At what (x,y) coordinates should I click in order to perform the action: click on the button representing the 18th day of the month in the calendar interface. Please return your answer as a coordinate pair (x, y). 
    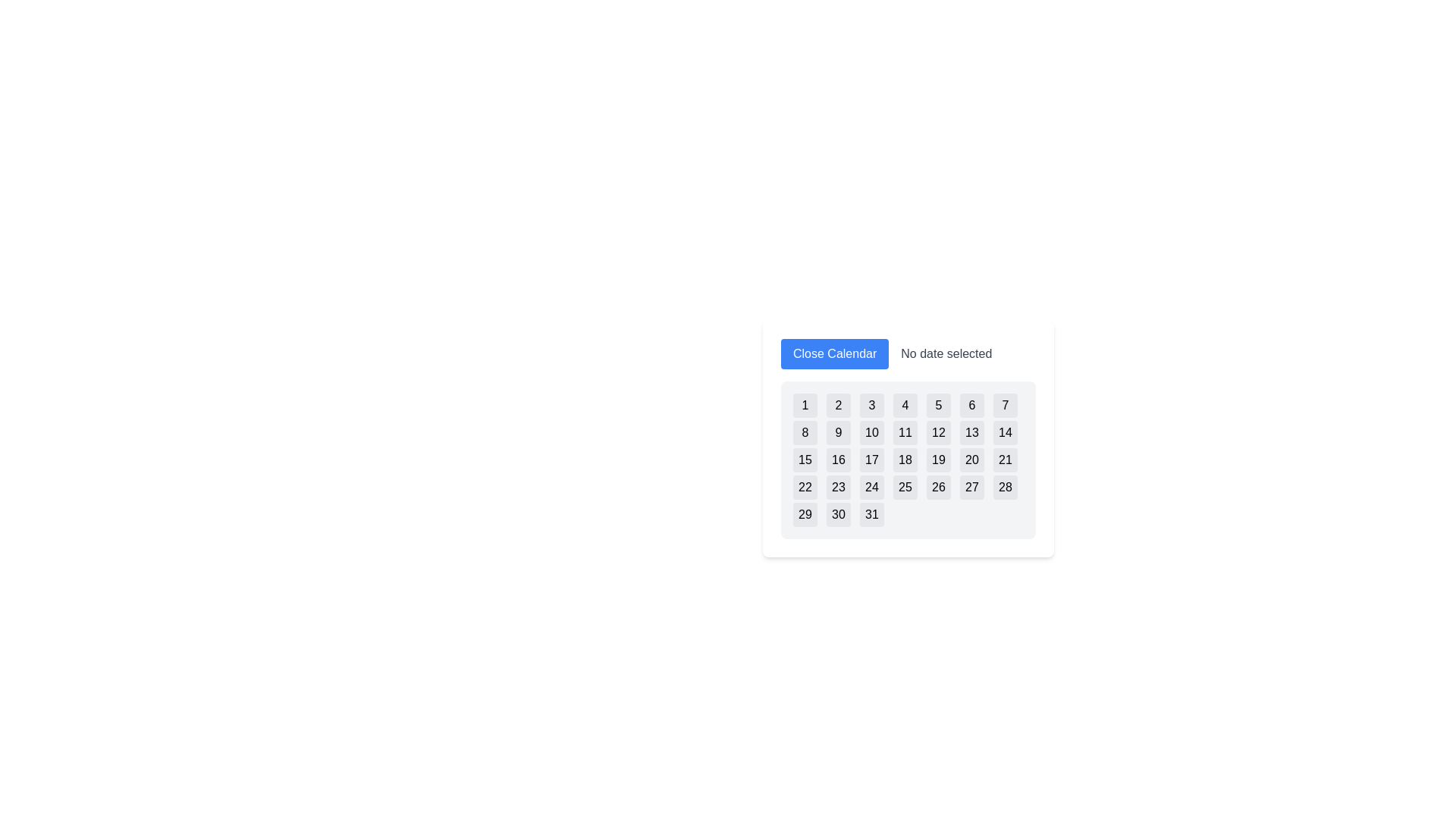
    Looking at the image, I should click on (905, 459).